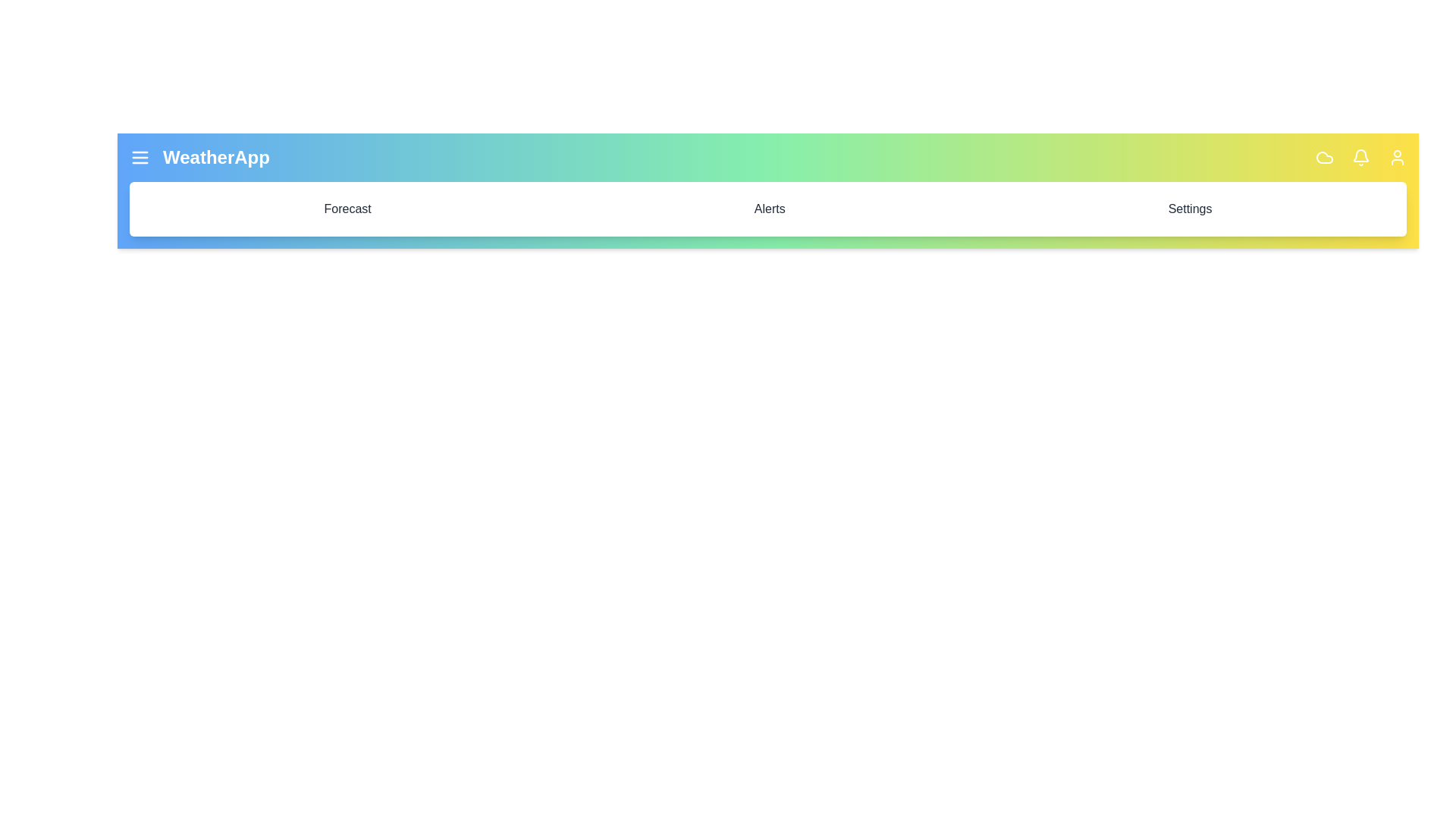 The image size is (1456, 819). What do you see at coordinates (1189, 209) in the screenshot?
I see `the 'Settings' menu item` at bounding box center [1189, 209].